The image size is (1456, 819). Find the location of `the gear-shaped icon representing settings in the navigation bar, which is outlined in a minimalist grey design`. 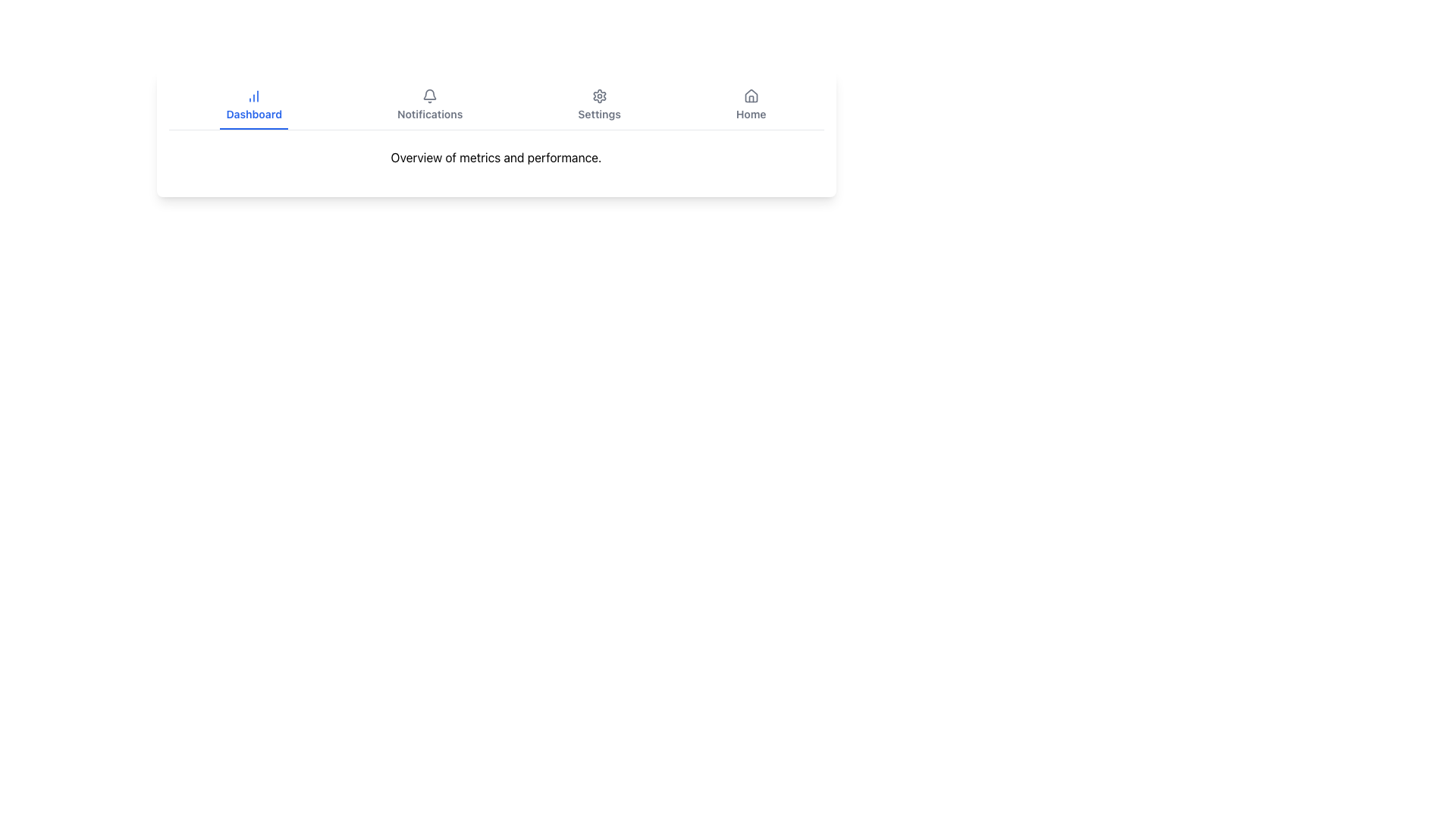

the gear-shaped icon representing settings in the navigation bar, which is outlined in a minimalist grey design is located at coordinates (598, 96).